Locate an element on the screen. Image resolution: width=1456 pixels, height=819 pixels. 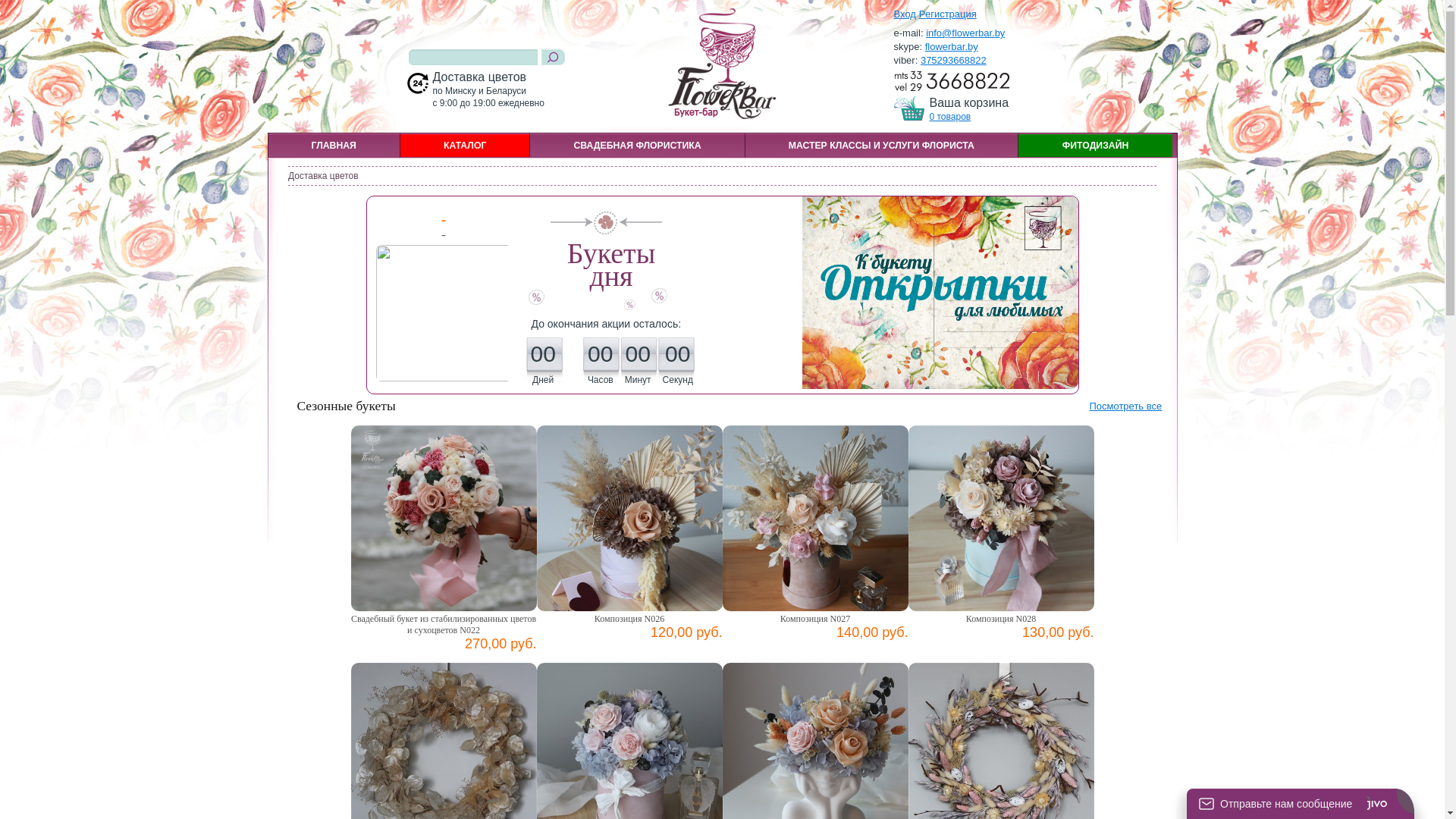
'info@flowerbar.by' is located at coordinates (964, 33).